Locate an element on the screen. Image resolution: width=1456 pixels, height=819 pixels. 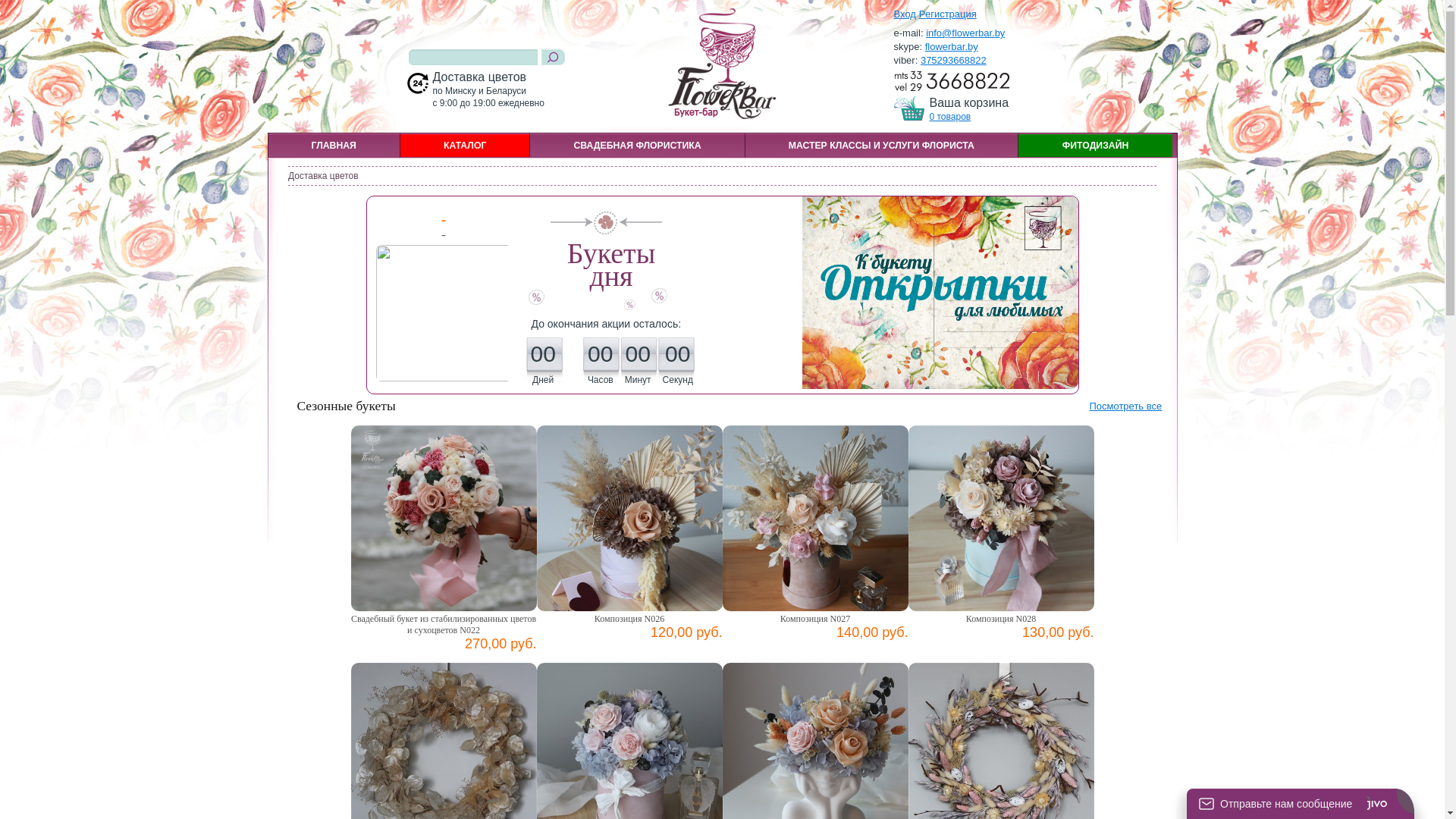
'info@flowerbar.by' is located at coordinates (964, 33).